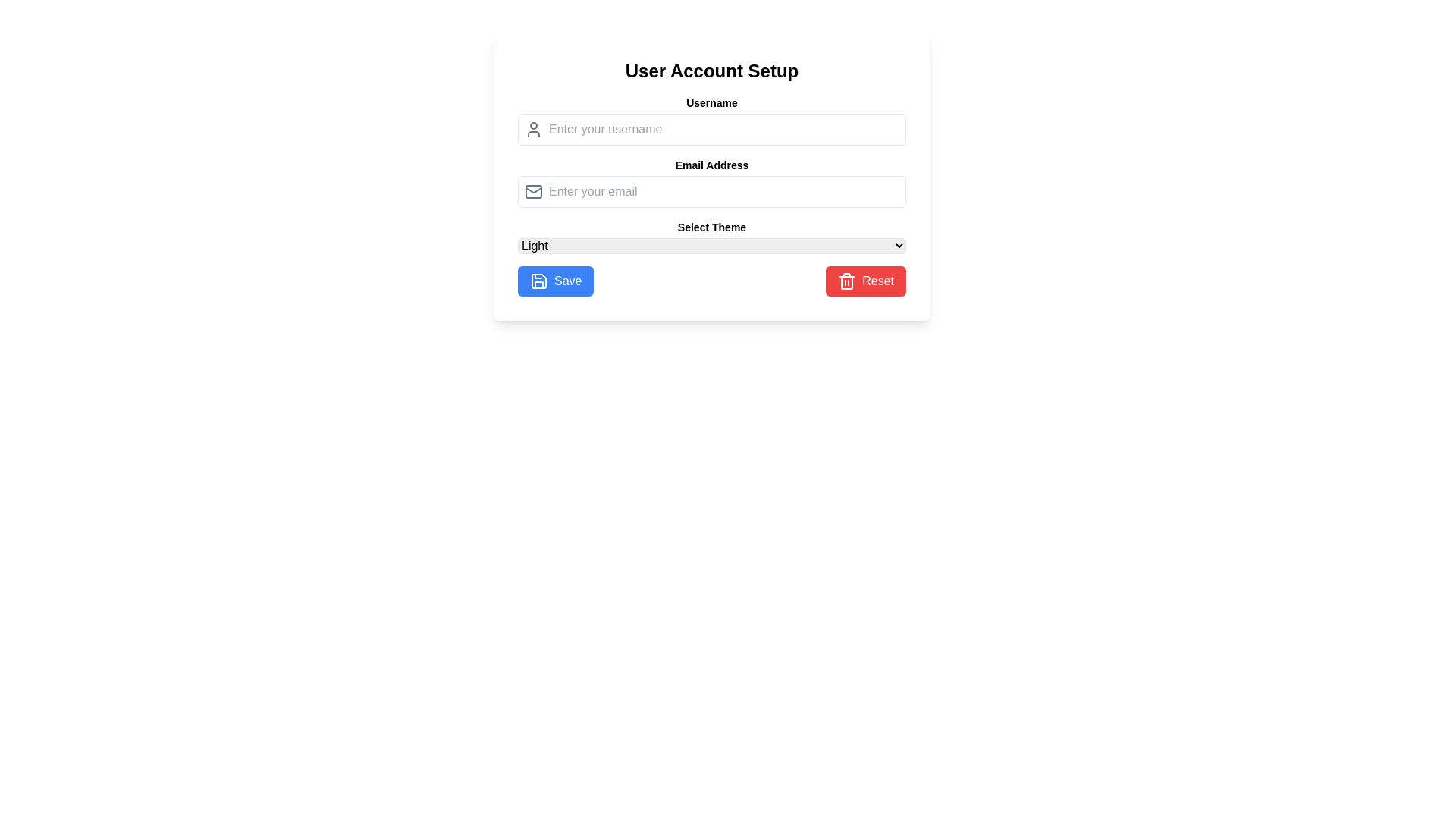  Describe the element at coordinates (538, 281) in the screenshot. I see `the 'Save' icon located on the left side of the blue 'Save' button in the 'User Account Setup' interface` at that location.